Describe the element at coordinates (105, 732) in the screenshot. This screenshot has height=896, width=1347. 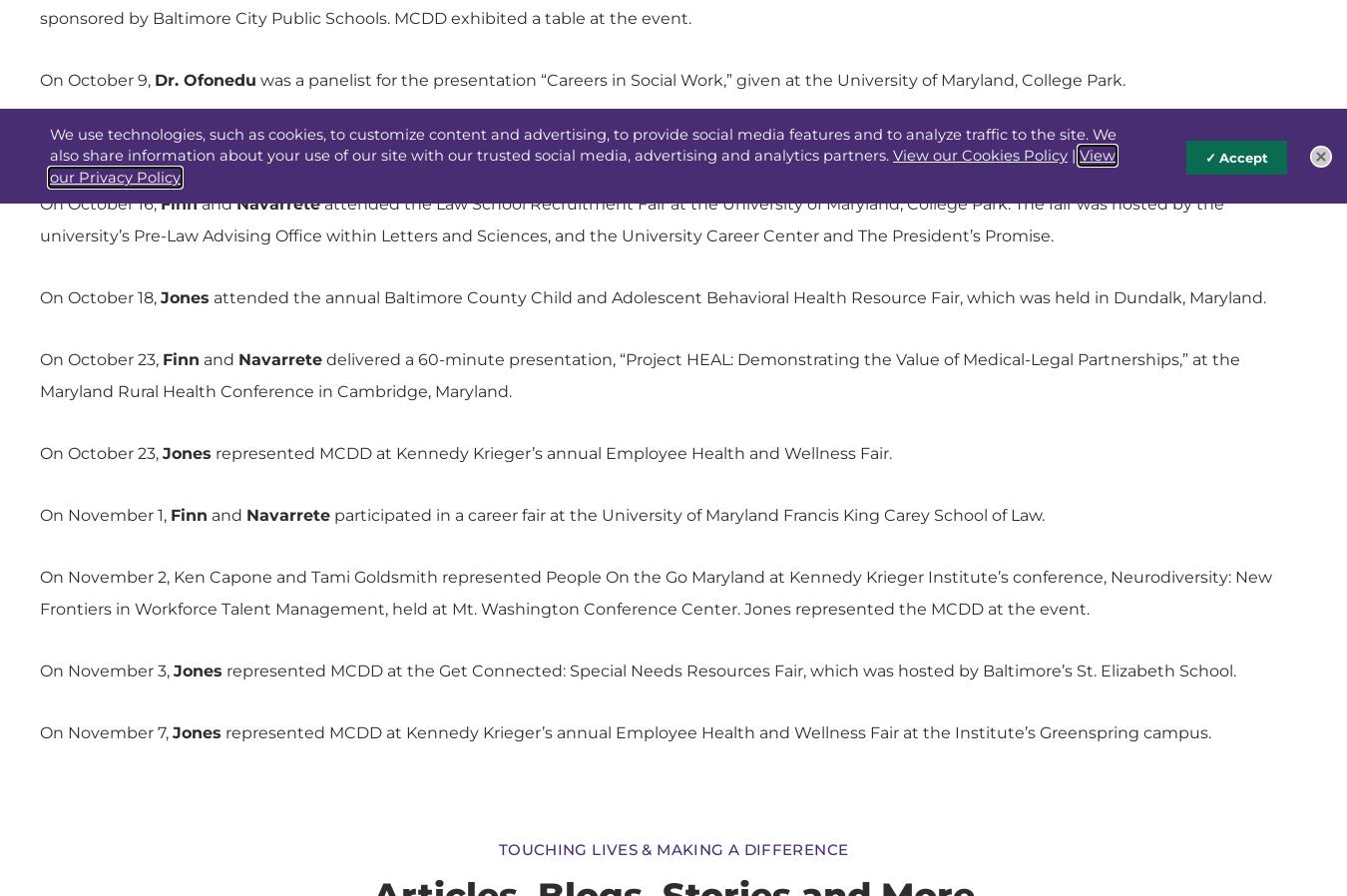
I see `'On November 7,'` at that location.